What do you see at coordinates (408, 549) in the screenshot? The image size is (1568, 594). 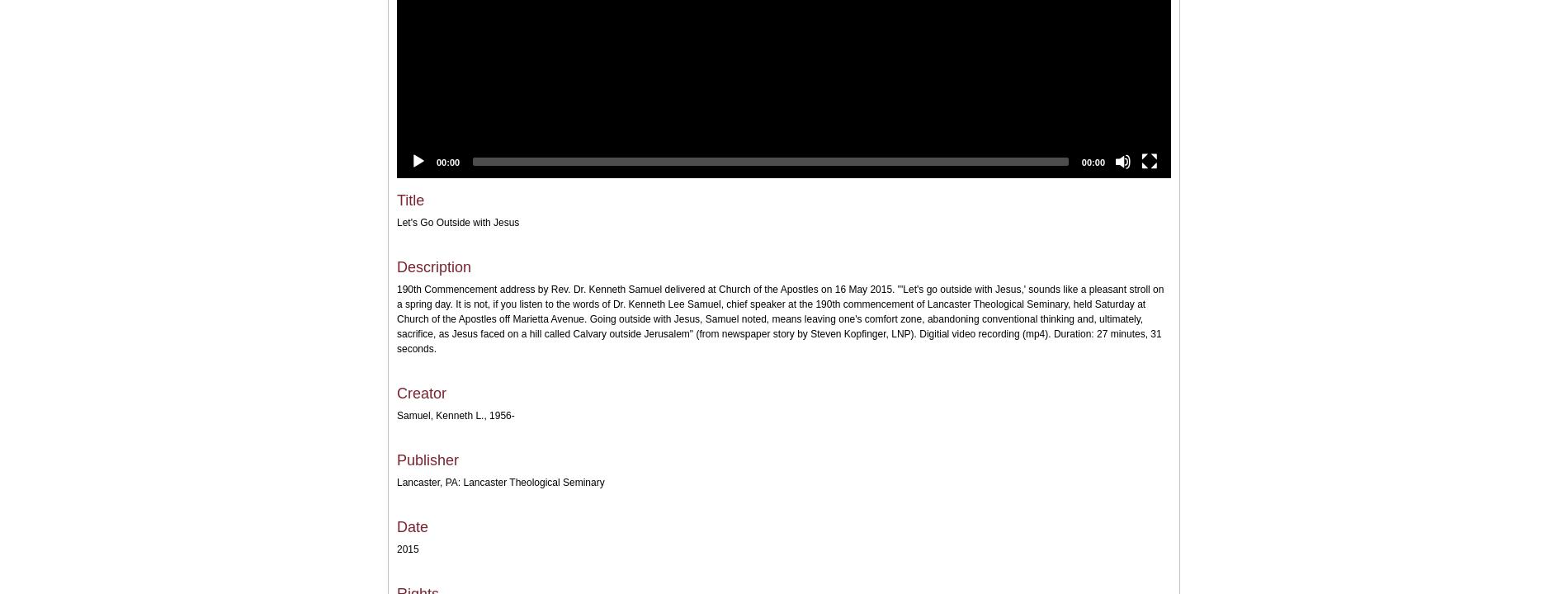 I see `'2015'` at bounding box center [408, 549].